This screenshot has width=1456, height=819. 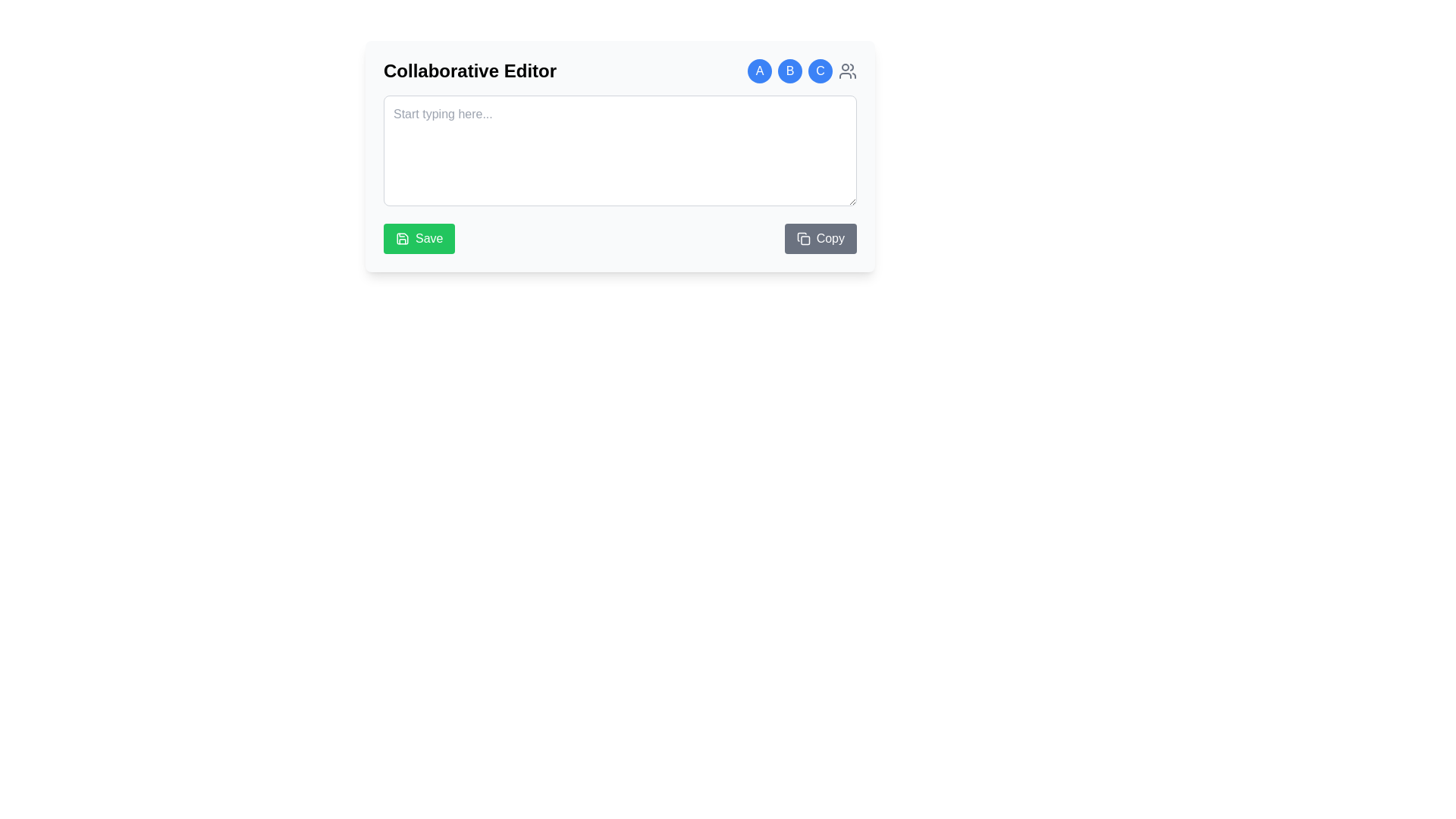 What do you see at coordinates (760, 71) in the screenshot?
I see `the circular button with a blue background and white text 'A'` at bounding box center [760, 71].